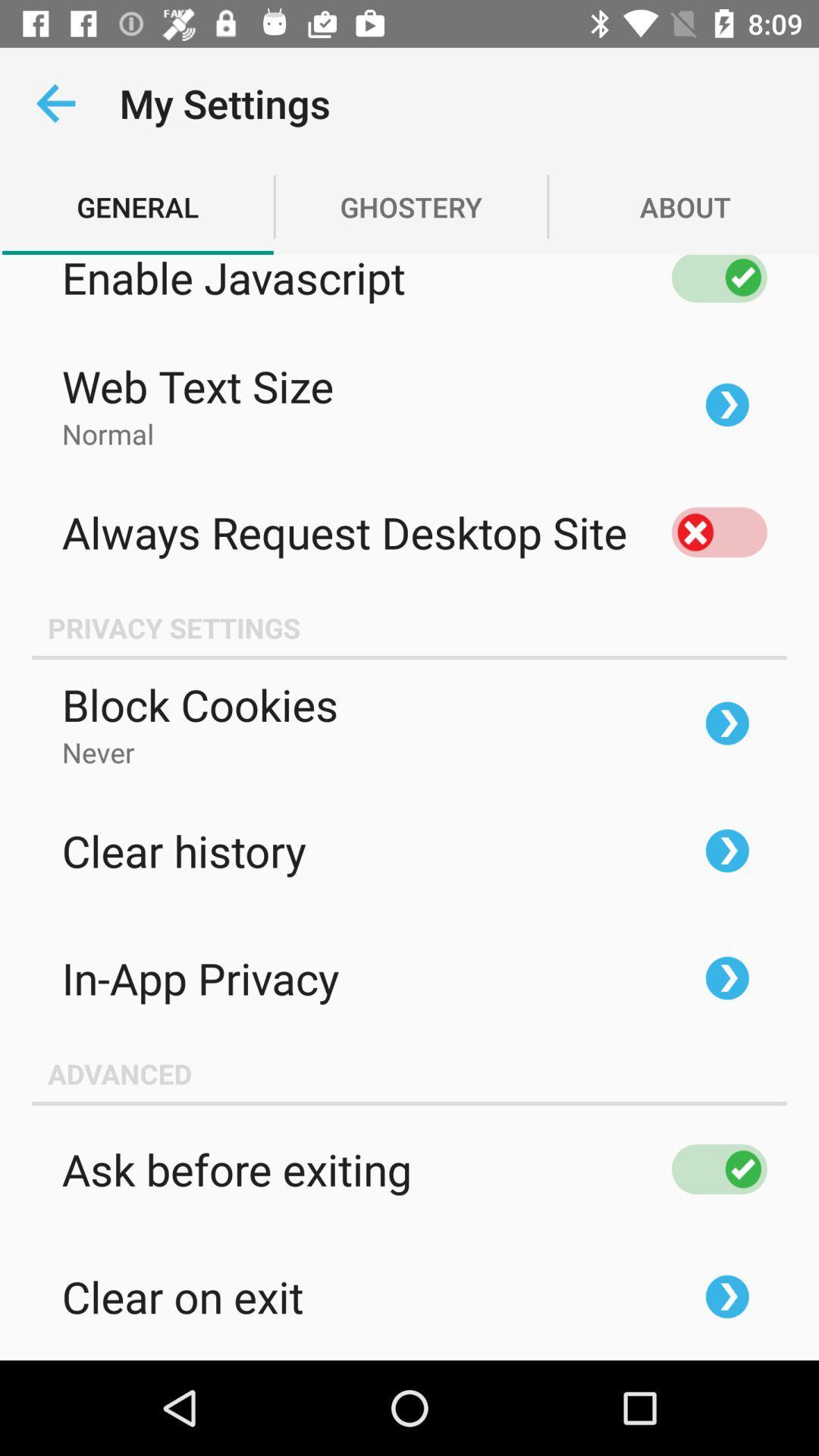  I want to click on enable javascript, so click(718, 278).